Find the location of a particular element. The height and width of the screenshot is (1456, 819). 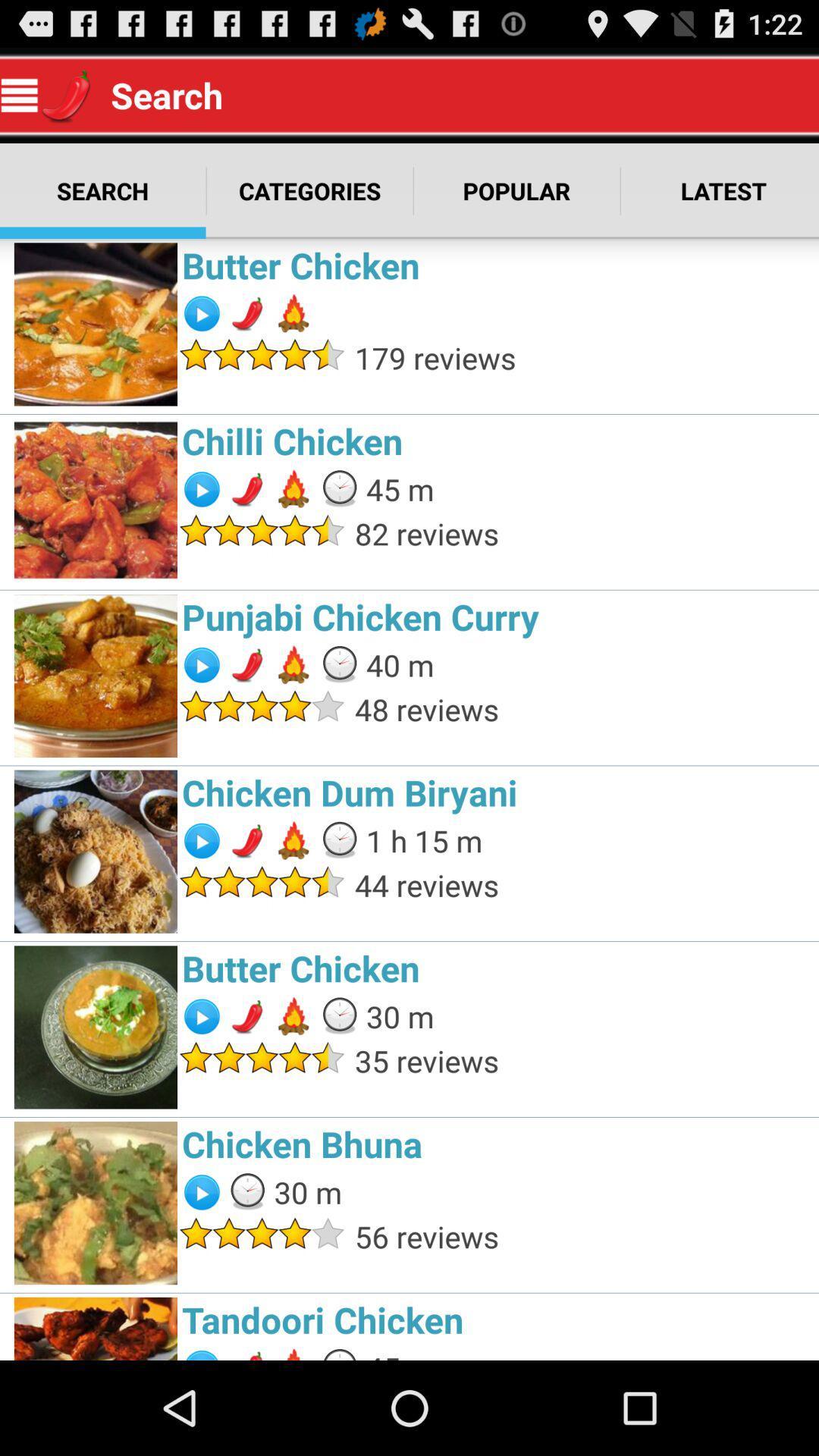

56 reviews app is located at coordinates (582, 1236).